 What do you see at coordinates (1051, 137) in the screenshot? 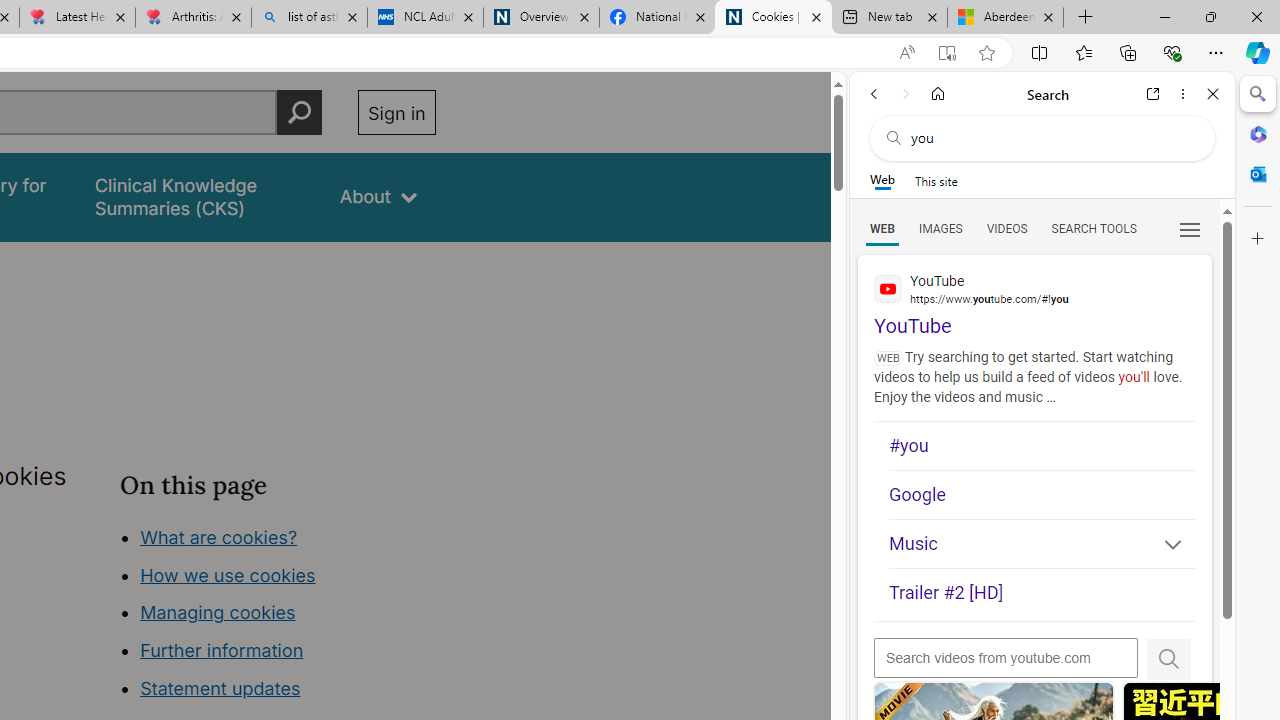
I see `'Search the web'` at bounding box center [1051, 137].